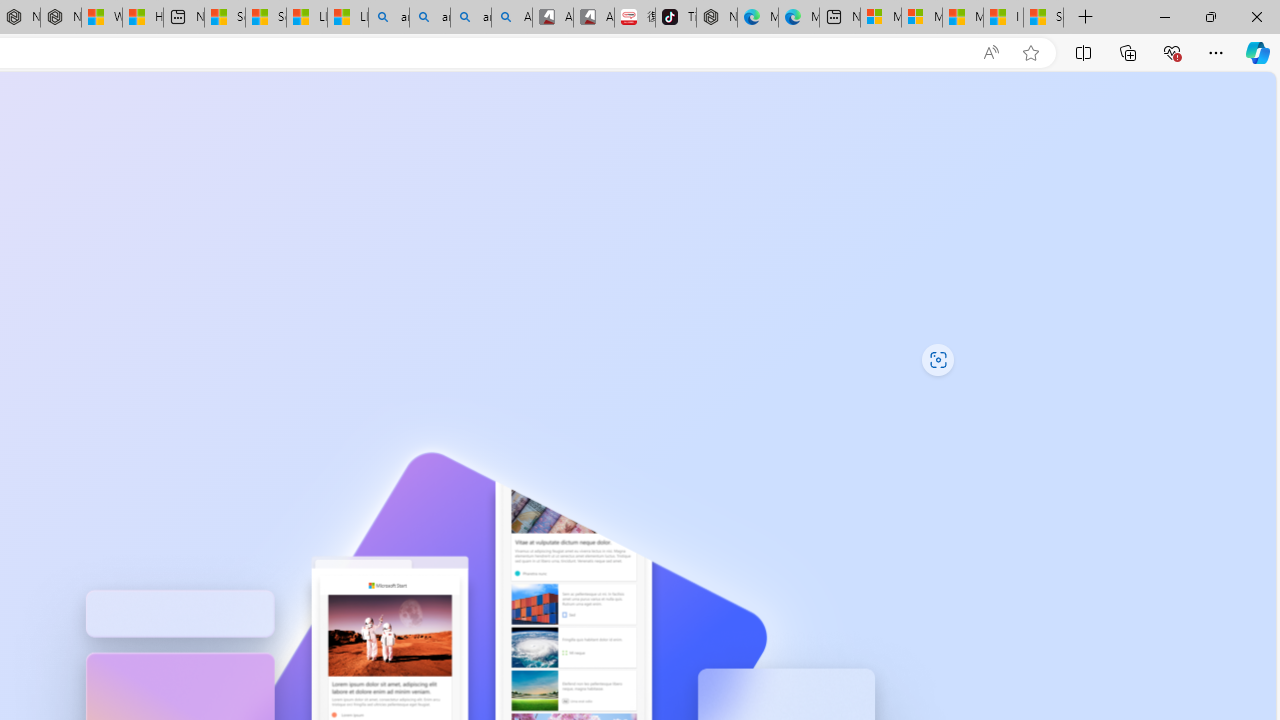  Describe the element at coordinates (60, 17) in the screenshot. I see `'Nordace - Summer Adventures 2024'` at that location.